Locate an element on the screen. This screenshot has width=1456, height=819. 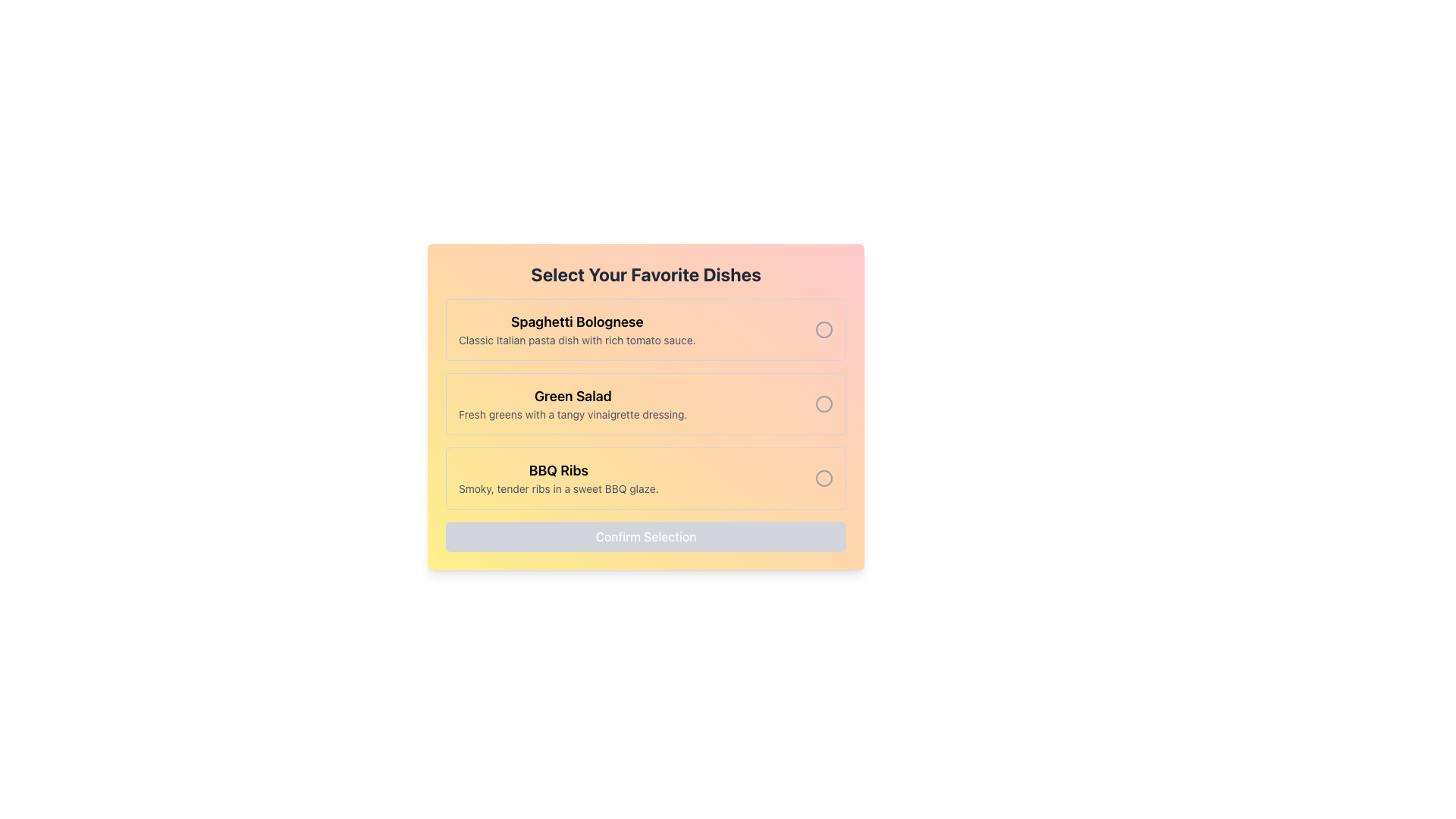
the selectable menu list item with the highlighted title 'Green Salad' and its accompanying radio button is located at coordinates (645, 403).